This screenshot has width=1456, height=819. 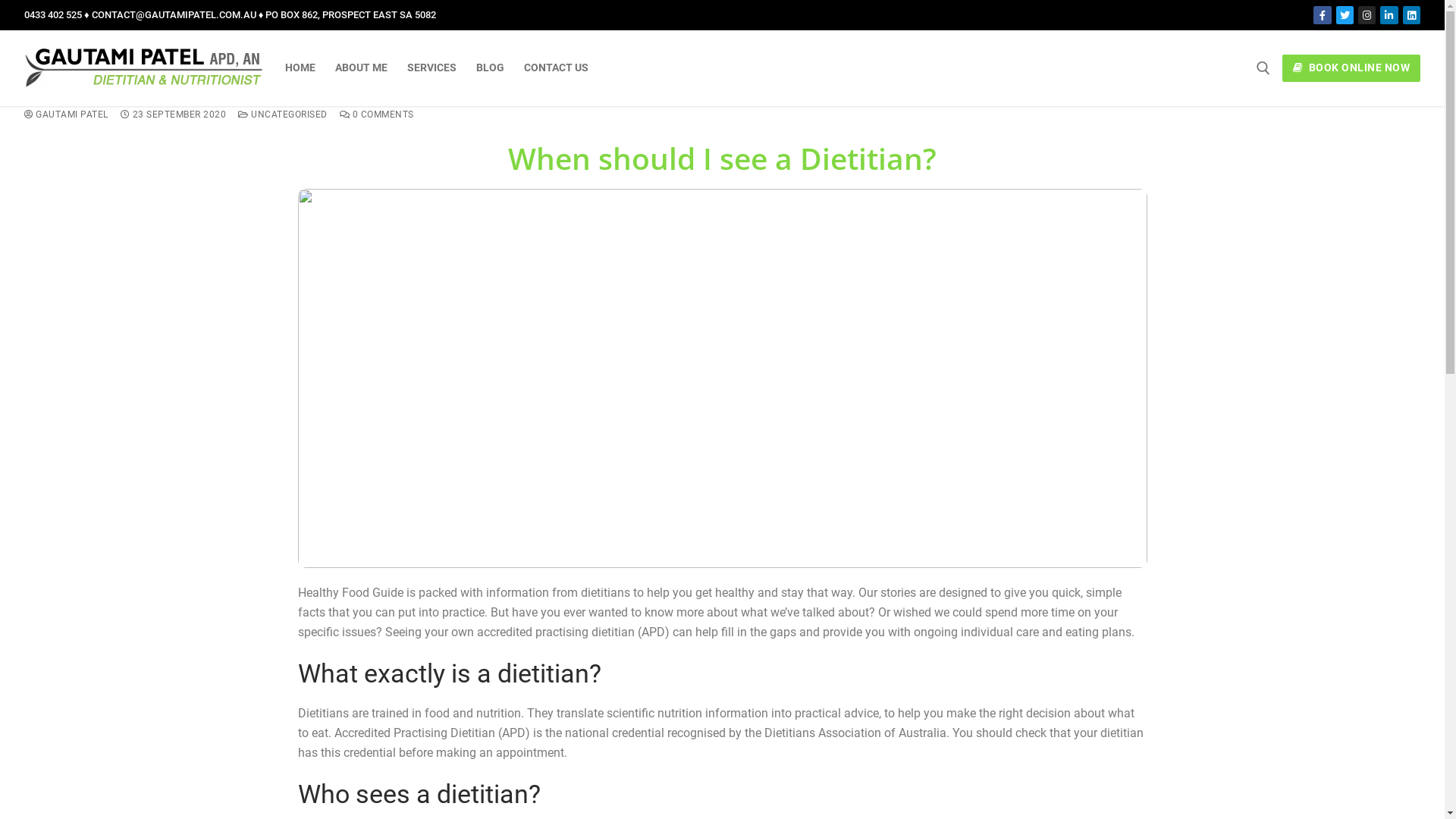 What do you see at coordinates (1321, 15) in the screenshot?
I see `'Facebook'` at bounding box center [1321, 15].